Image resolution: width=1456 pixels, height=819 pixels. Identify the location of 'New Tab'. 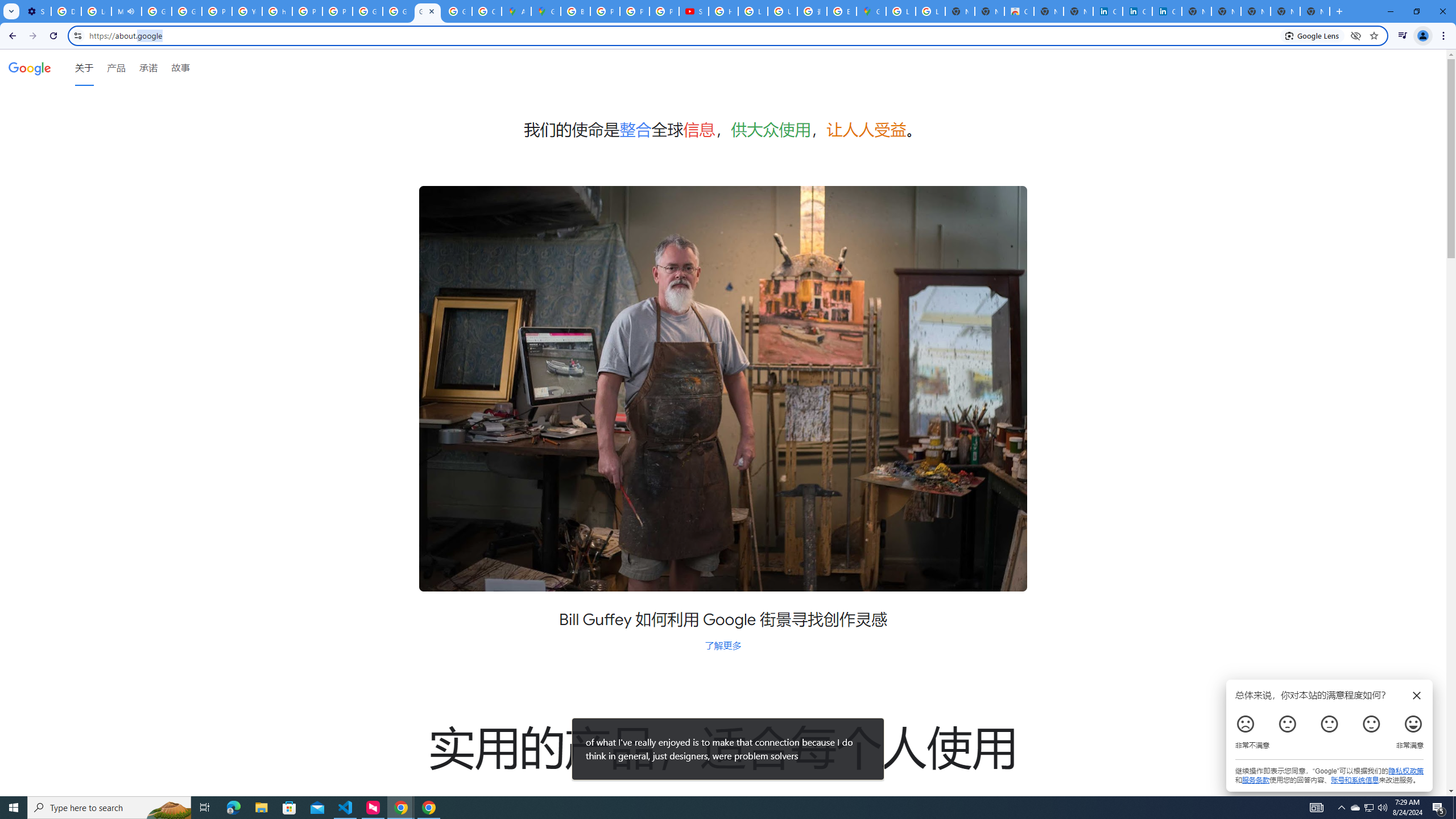
(1314, 11).